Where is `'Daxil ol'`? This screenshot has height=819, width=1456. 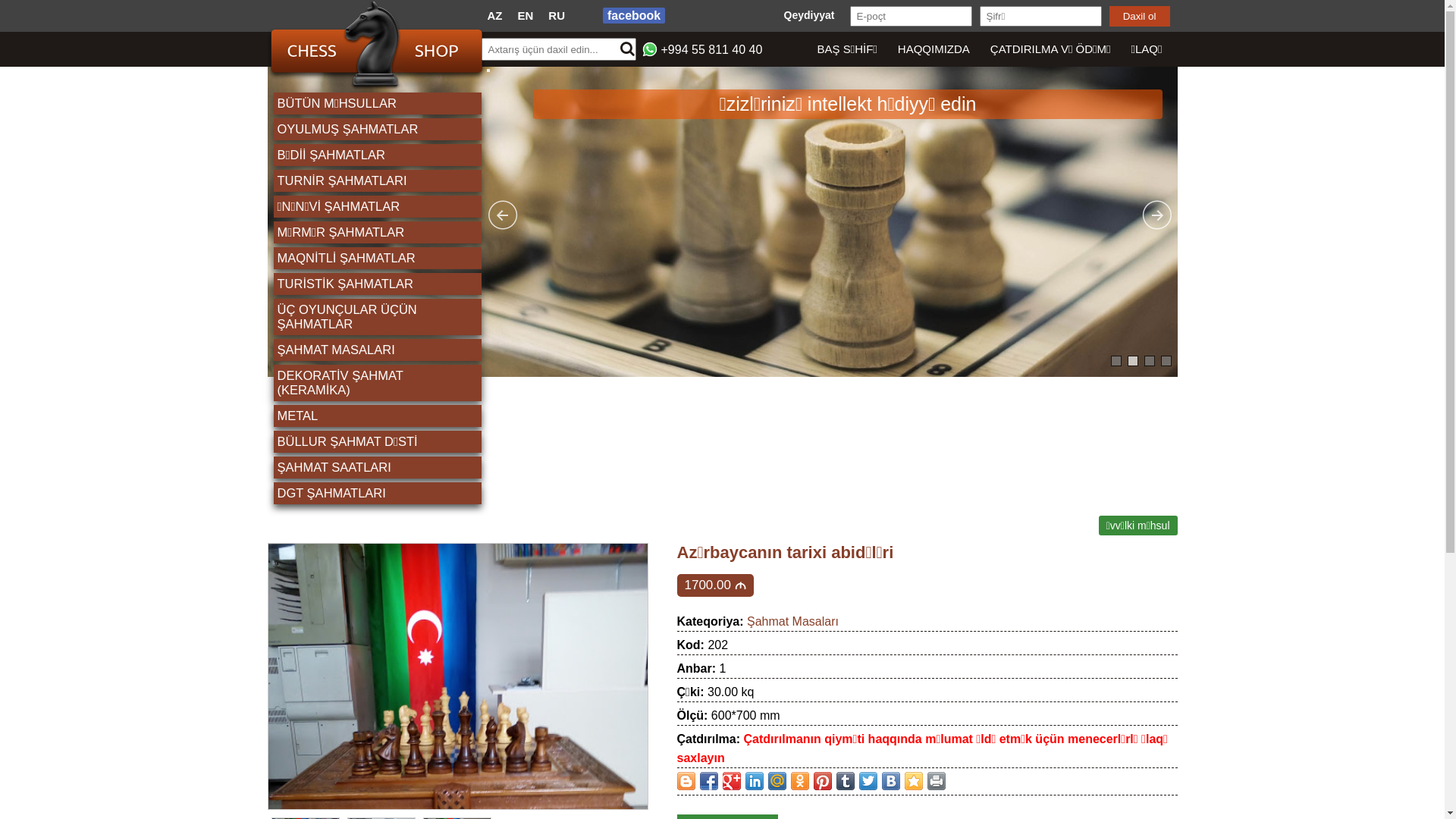
'Daxil ol' is located at coordinates (1109, 16).